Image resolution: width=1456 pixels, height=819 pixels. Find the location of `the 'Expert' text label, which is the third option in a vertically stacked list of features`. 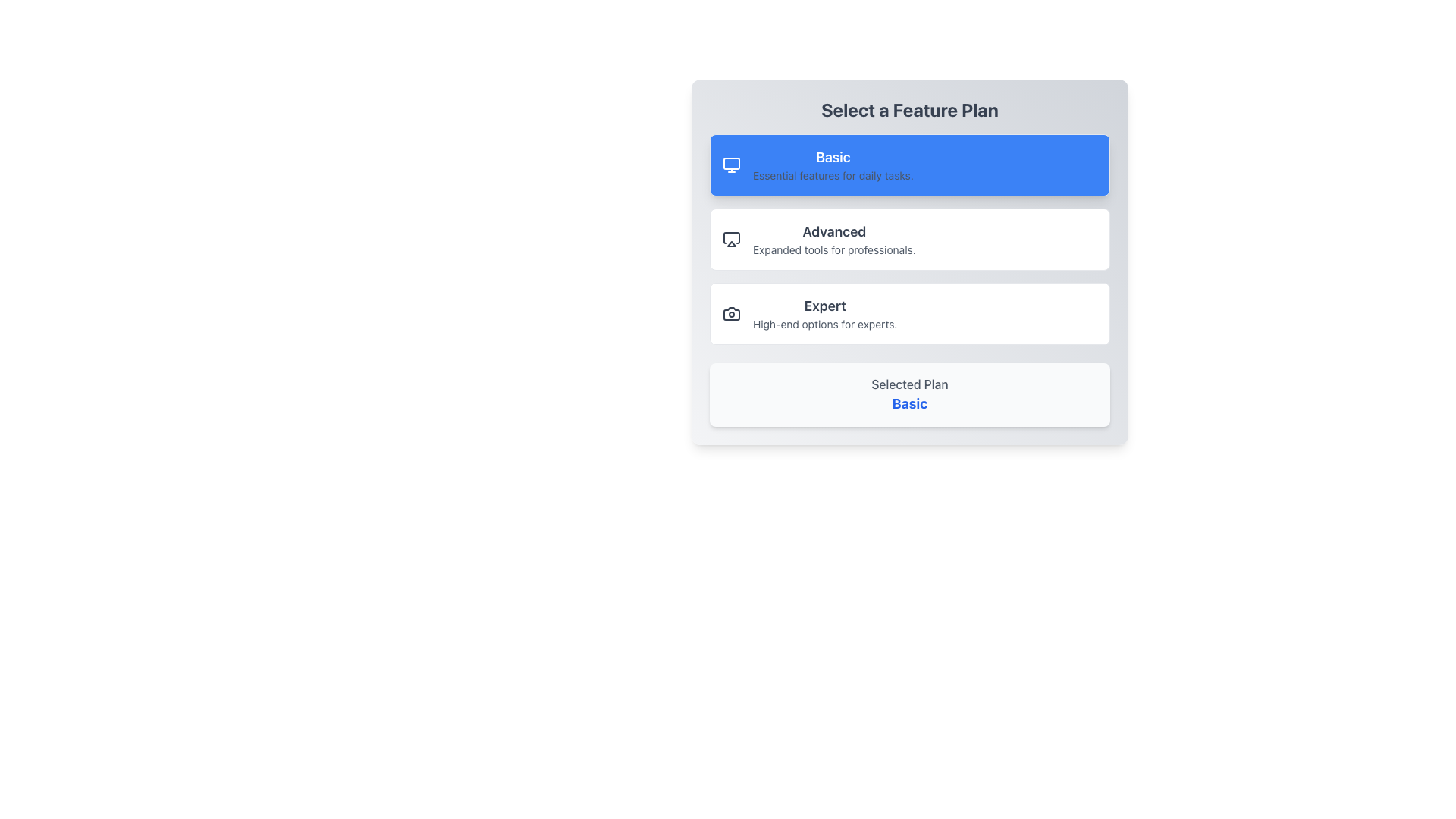

the 'Expert' text label, which is the third option in a vertically stacked list of features is located at coordinates (824, 312).